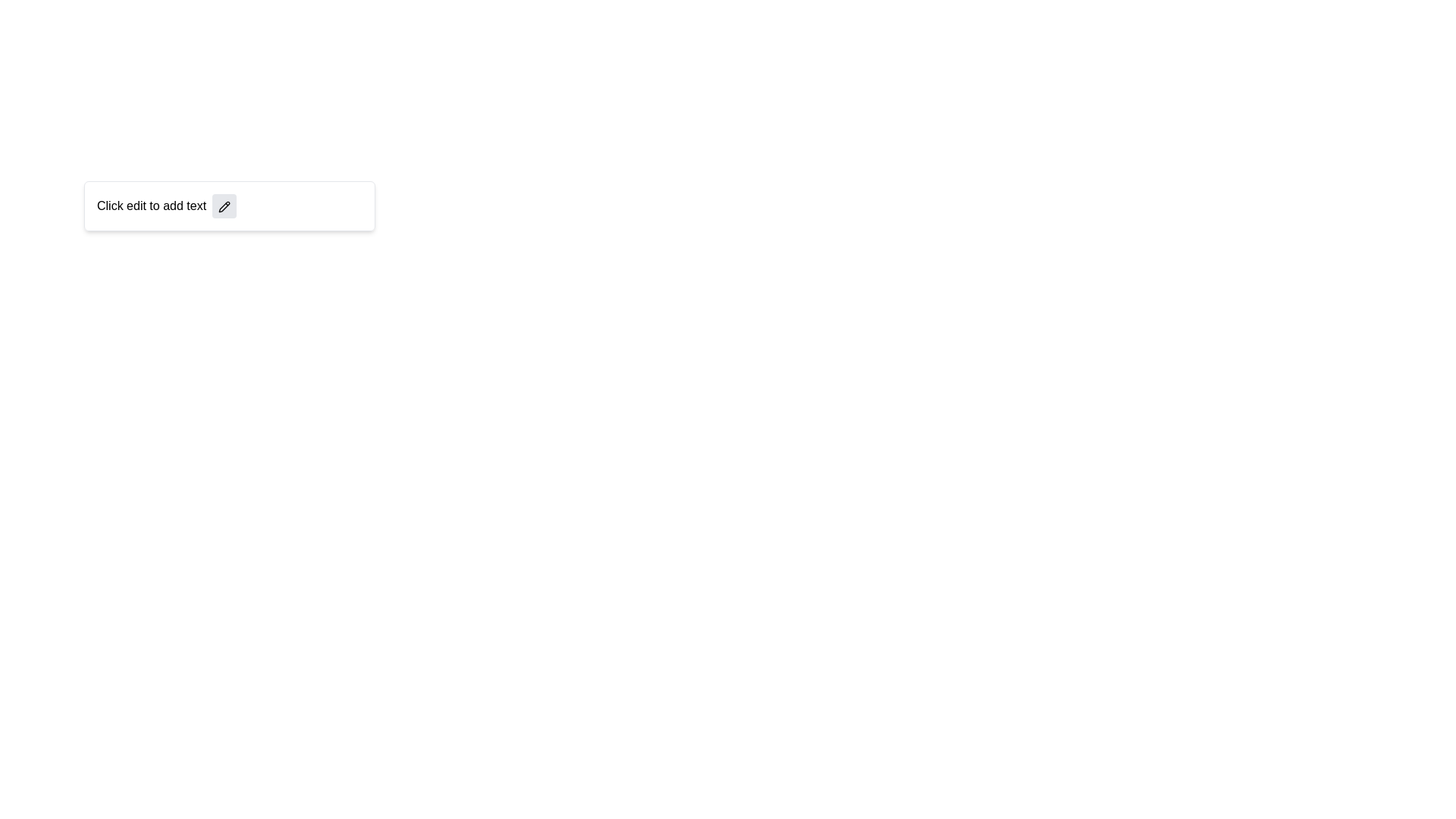 The image size is (1456, 819). I want to click on the pencil icon in the instruction prompt that says 'Click edit, so click(228, 206).